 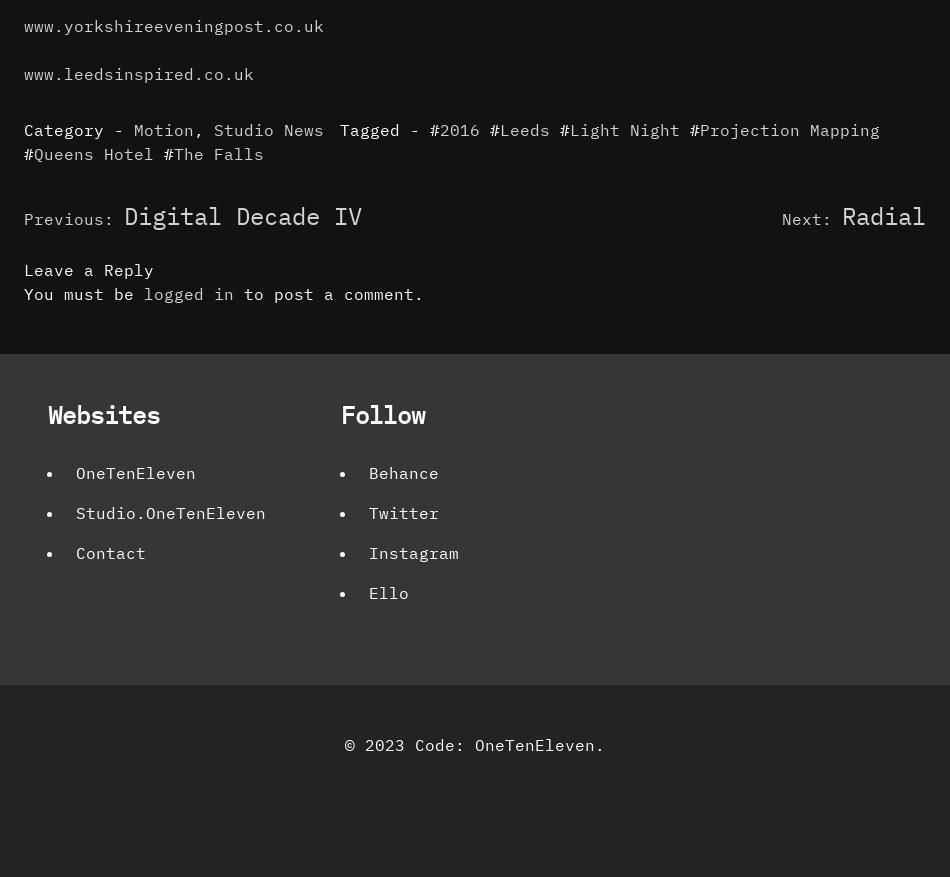 What do you see at coordinates (806, 217) in the screenshot?
I see `'Next:'` at bounding box center [806, 217].